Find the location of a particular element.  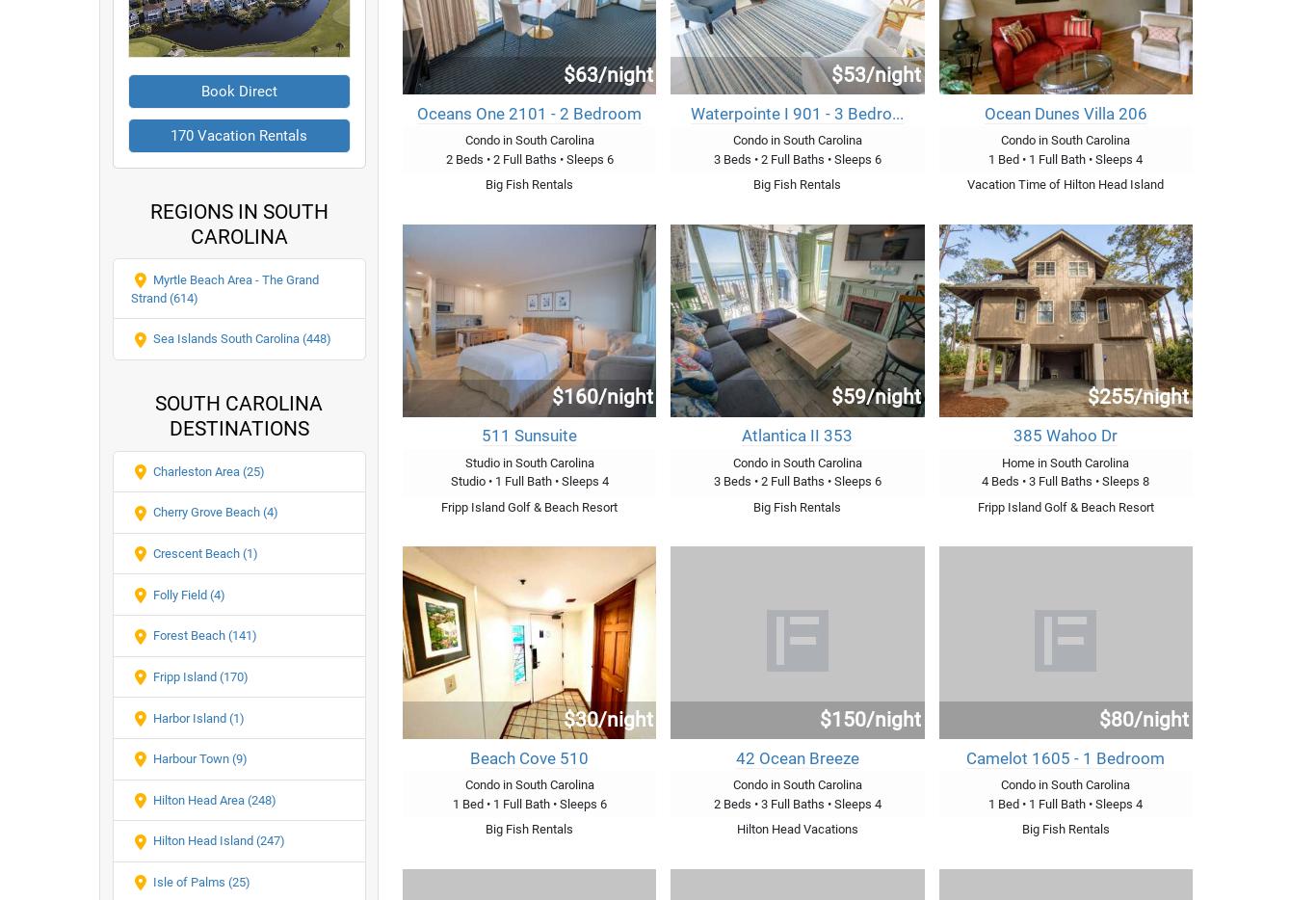

'Vacation Rentals Charleston Area SC' is located at coordinates (612, 267).